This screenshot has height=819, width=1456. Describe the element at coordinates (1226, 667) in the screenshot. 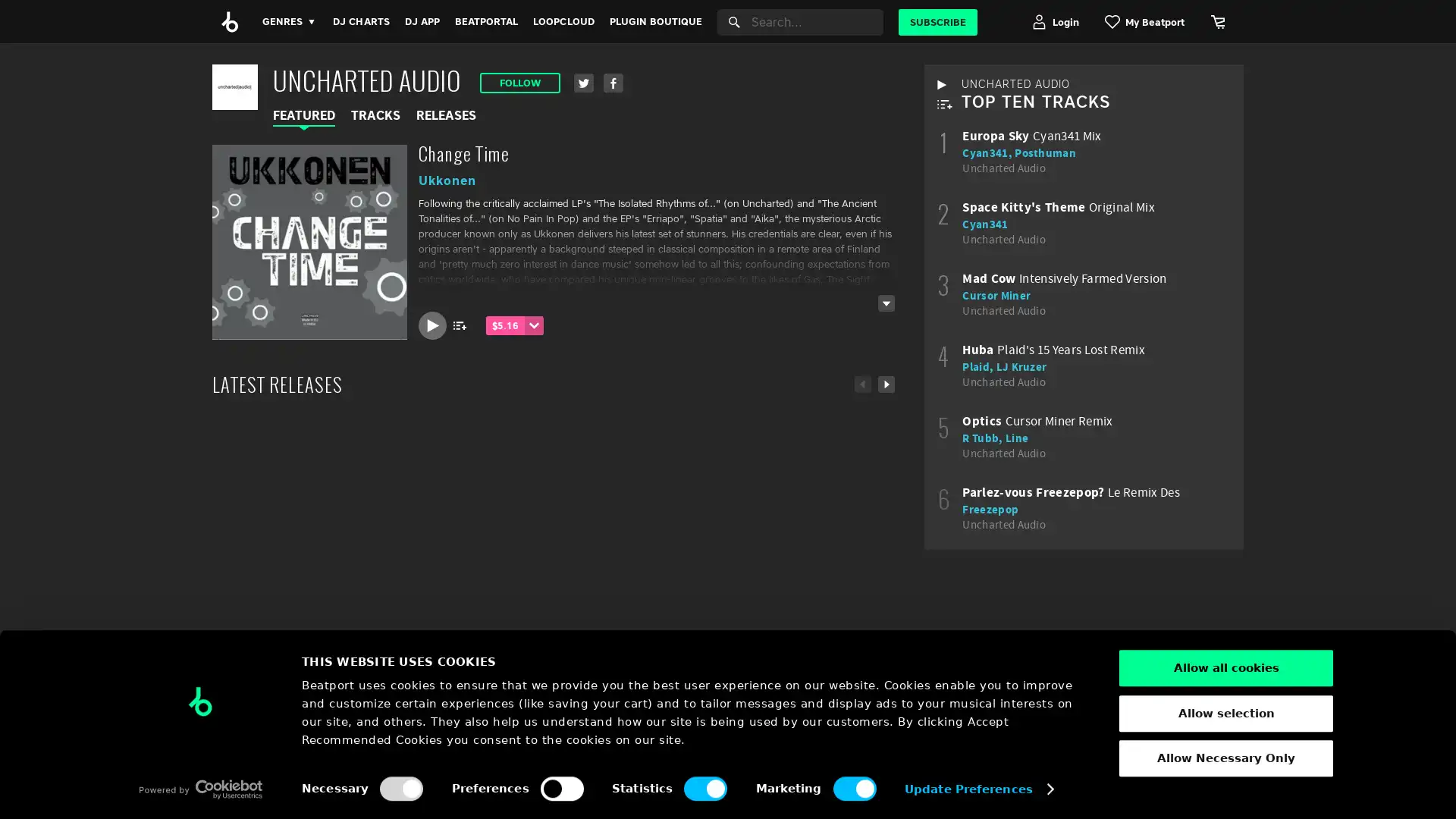

I see `Allow all cookies` at that location.